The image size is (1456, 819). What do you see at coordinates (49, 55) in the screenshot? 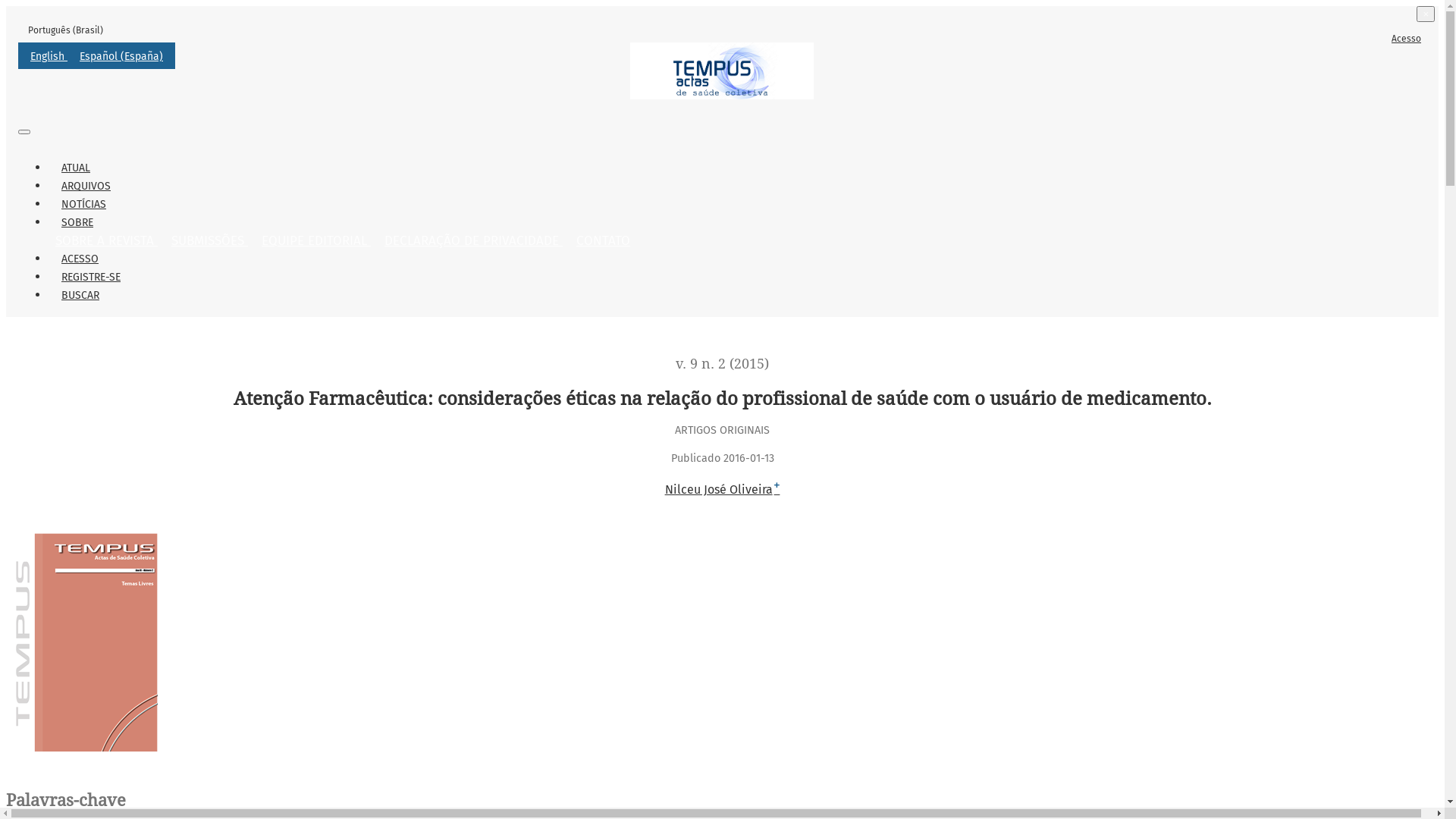
I see `'English'` at bounding box center [49, 55].